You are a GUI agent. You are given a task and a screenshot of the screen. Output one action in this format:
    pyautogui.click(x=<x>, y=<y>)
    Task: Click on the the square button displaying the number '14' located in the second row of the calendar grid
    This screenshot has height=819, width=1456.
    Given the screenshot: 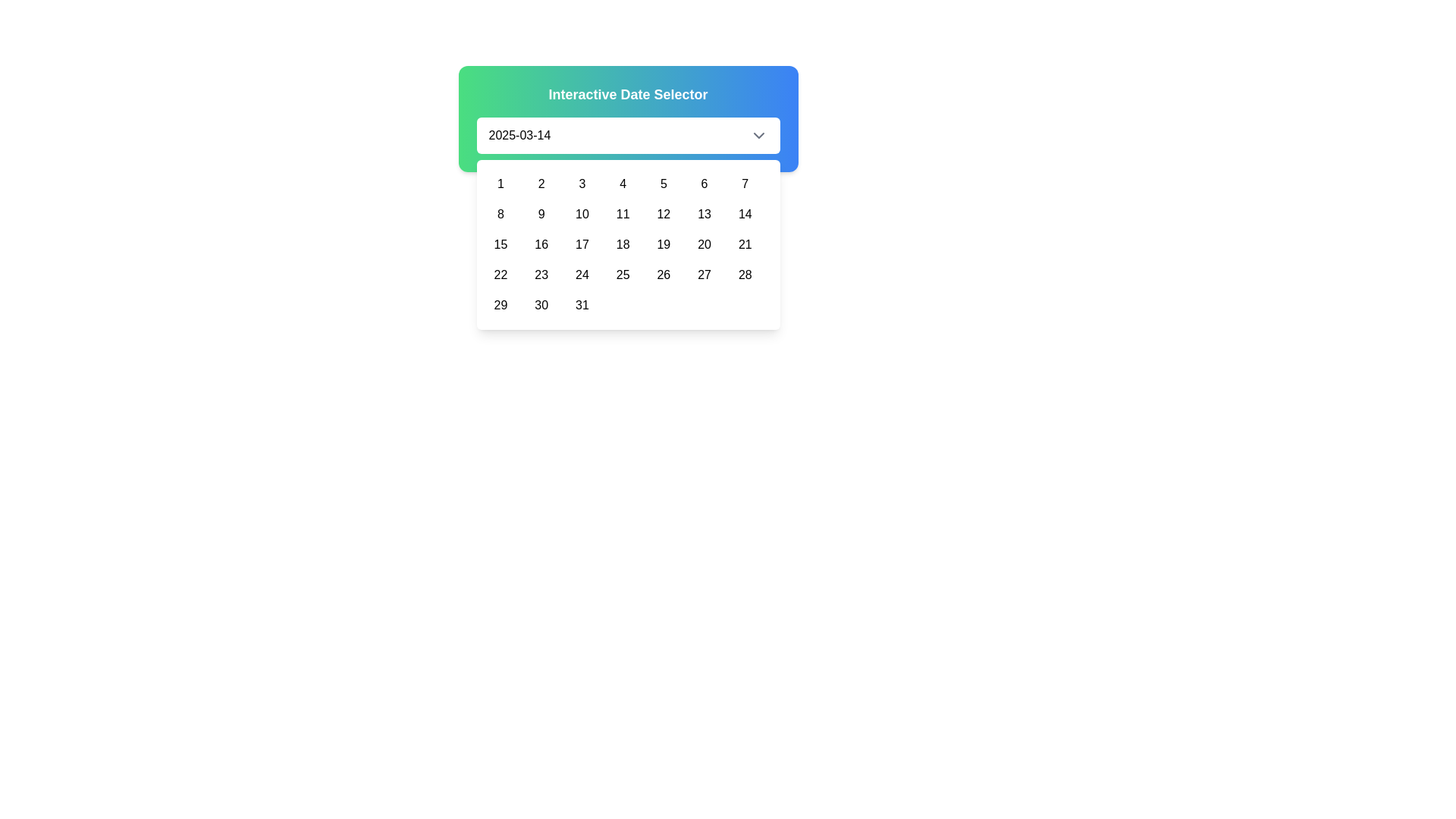 What is the action you would take?
    pyautogui.click(x=745, y=214)
    